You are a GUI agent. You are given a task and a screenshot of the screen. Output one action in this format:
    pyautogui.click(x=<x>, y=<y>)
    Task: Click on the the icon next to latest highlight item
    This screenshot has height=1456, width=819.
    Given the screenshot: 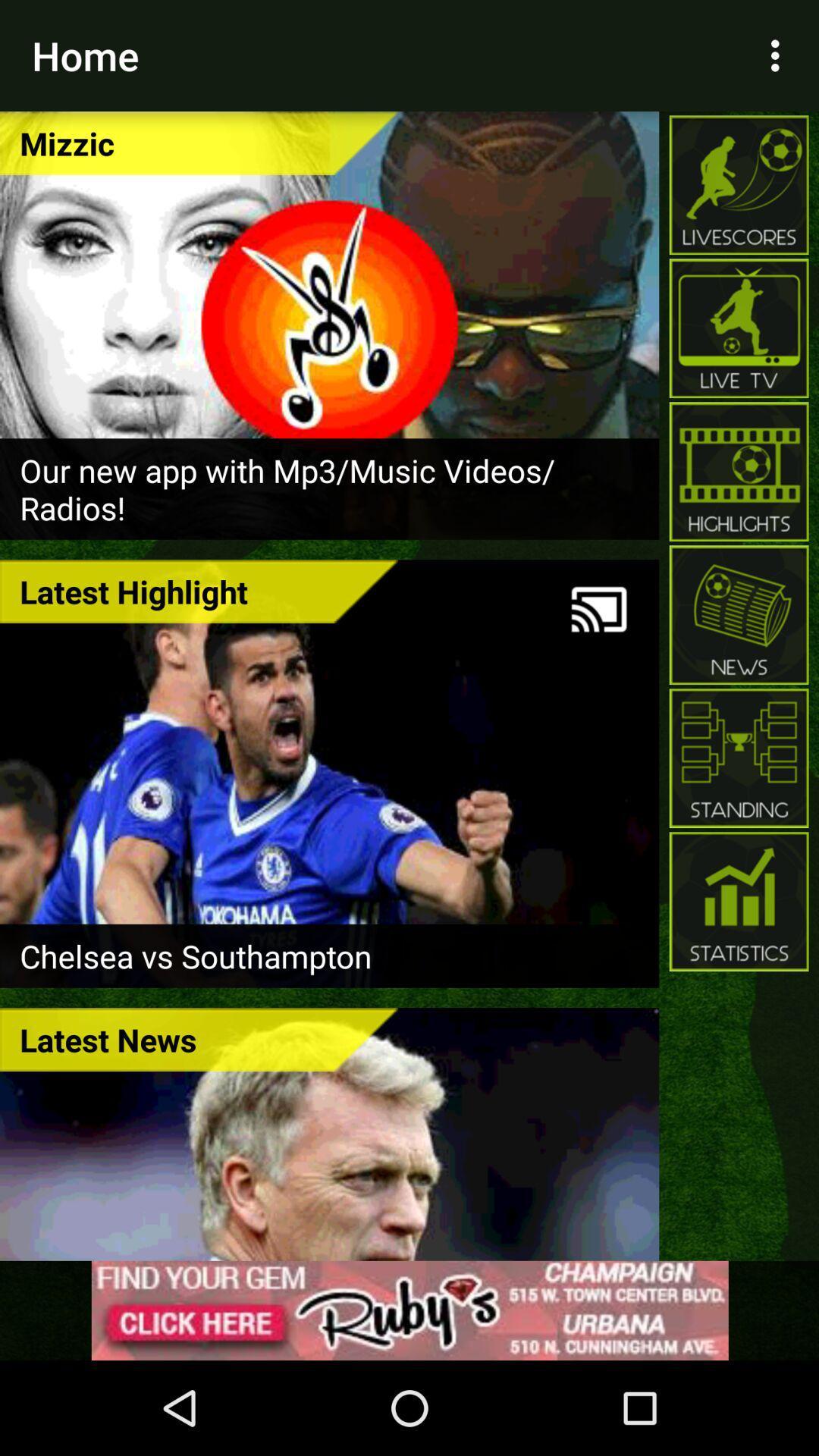 What is the action you would take?
    pyautogui.click(x=598, y=609)
    